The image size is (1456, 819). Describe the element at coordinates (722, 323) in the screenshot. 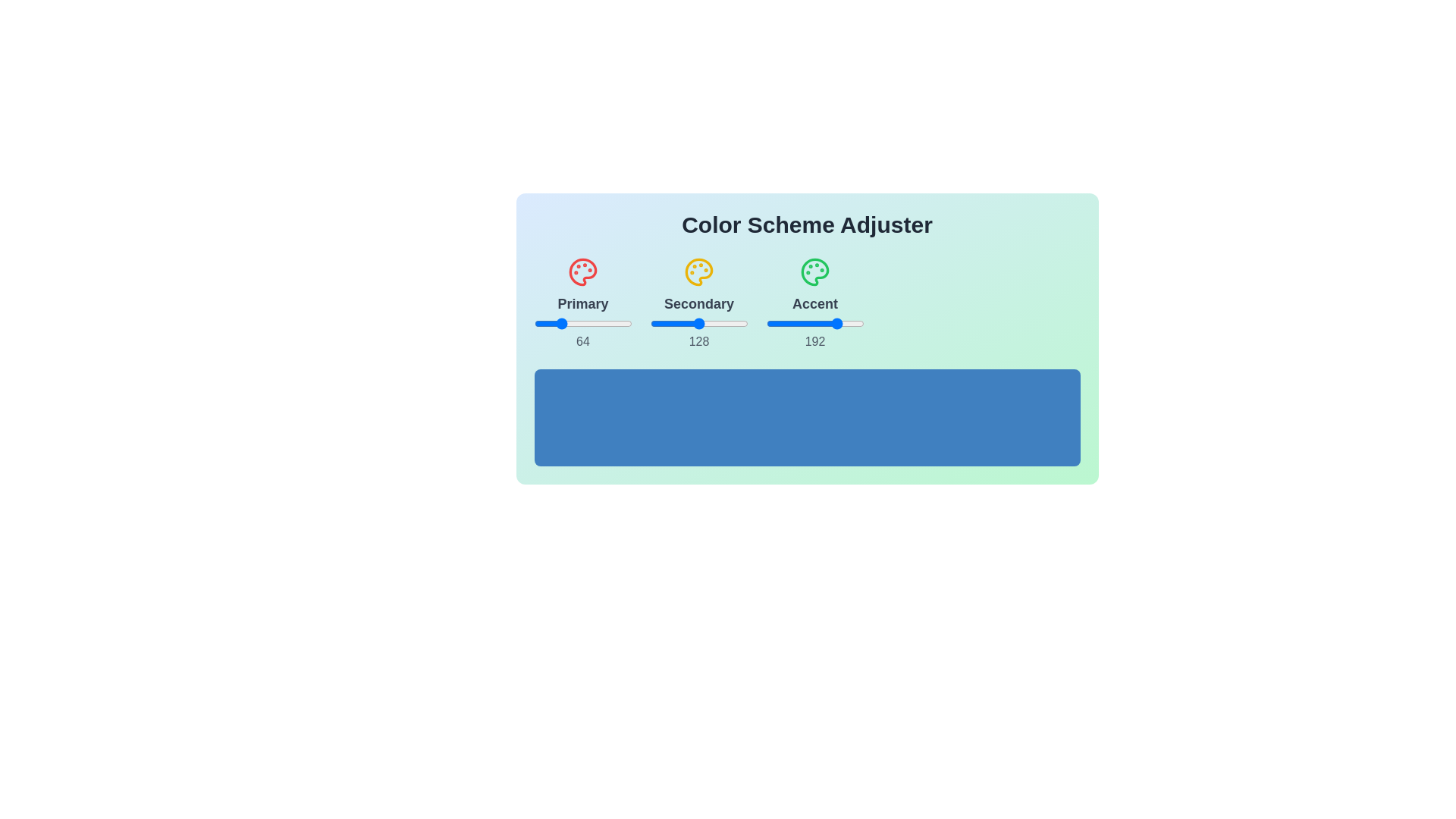

I see `the 1 slider to 62` at that location.